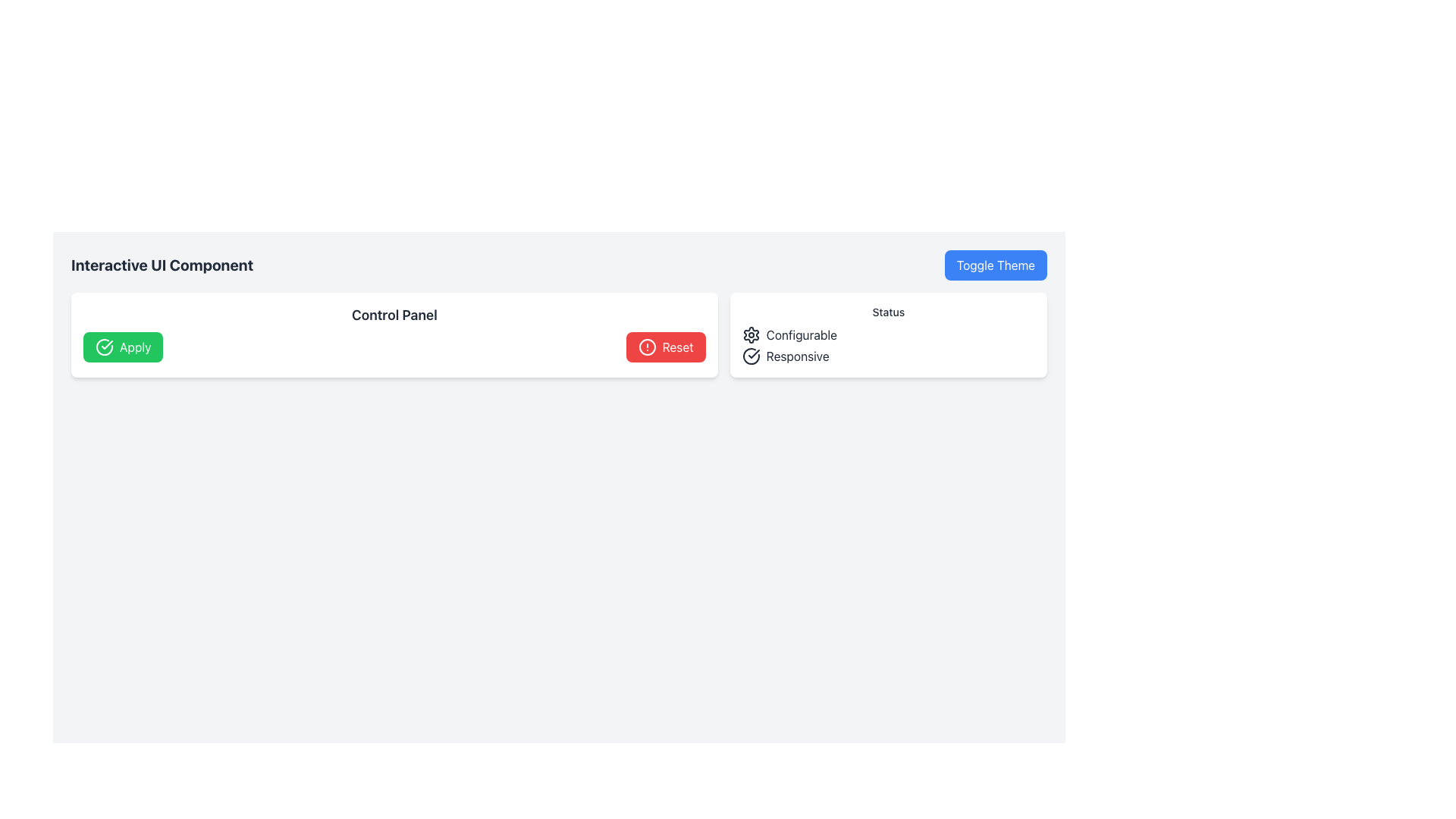 The height and width of the screenshot is (819, 1456). What do you see at coordinates (666, 347) in the screenshot?
I see `the red 'Reset' button with rounded corners, which features white text and an alert icon, located on the right side of the 'Control Panel' bar` at bounding box center [666, 347].